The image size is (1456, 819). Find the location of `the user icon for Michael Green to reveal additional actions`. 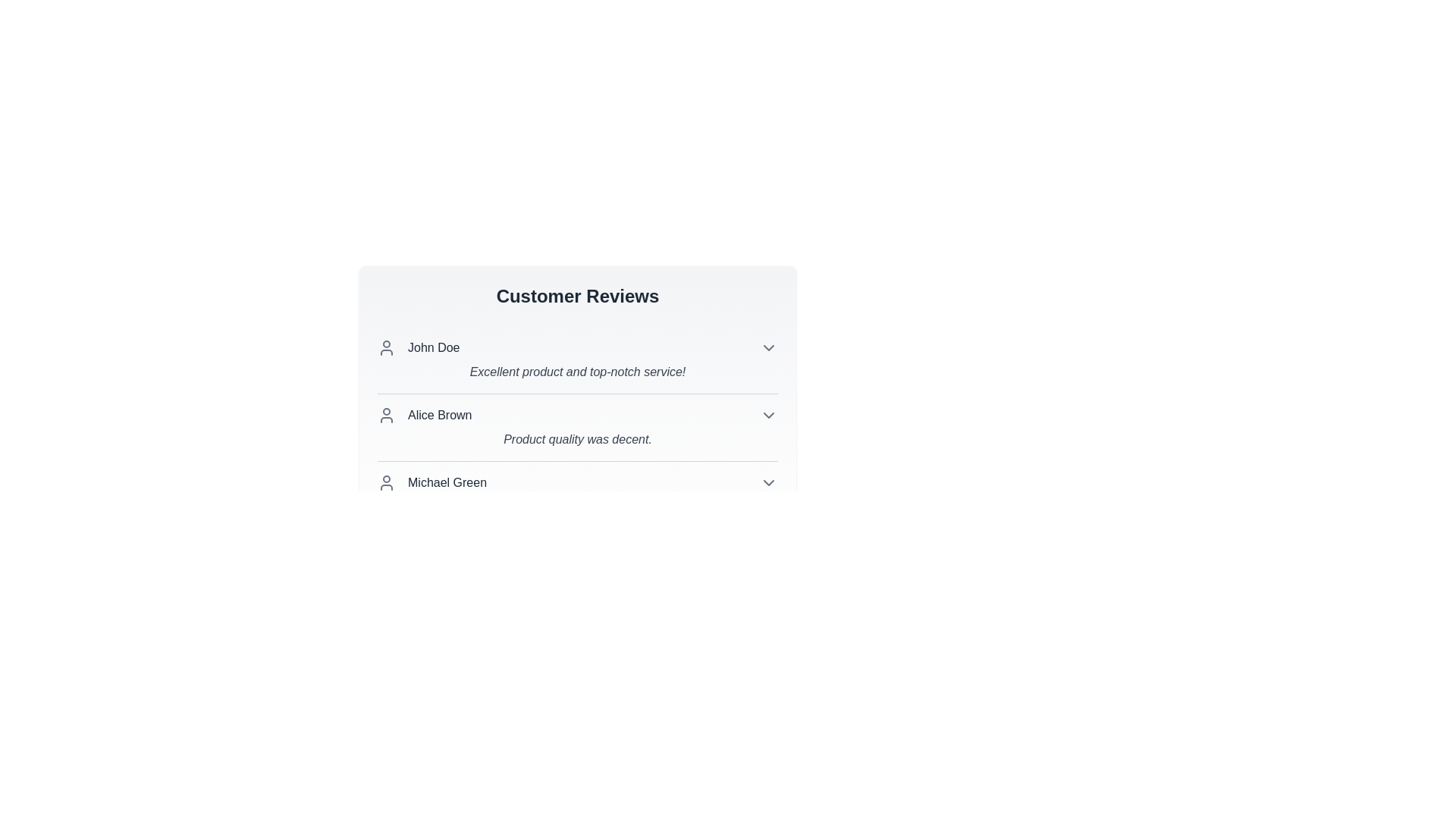

the user icon for Michael Green to reveal additional actions is located at coordinates (386, 482).